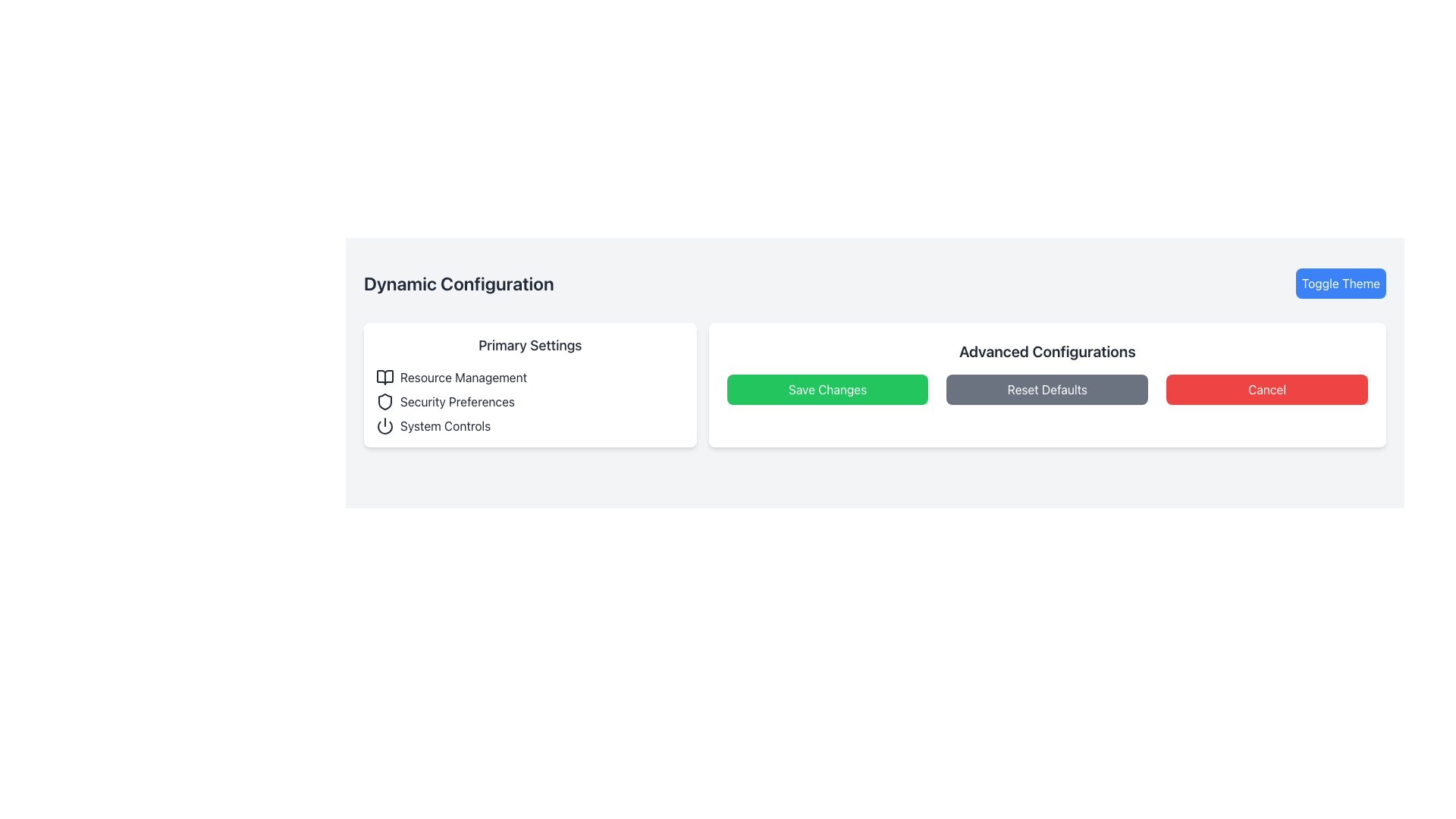 The image size is (1456, 819). Describe the element at coordinates (385, 376) in the screenshot. I see `the 'Resource Management' icon located in the top-left corner of the 'Primary Settings' section` at that location.